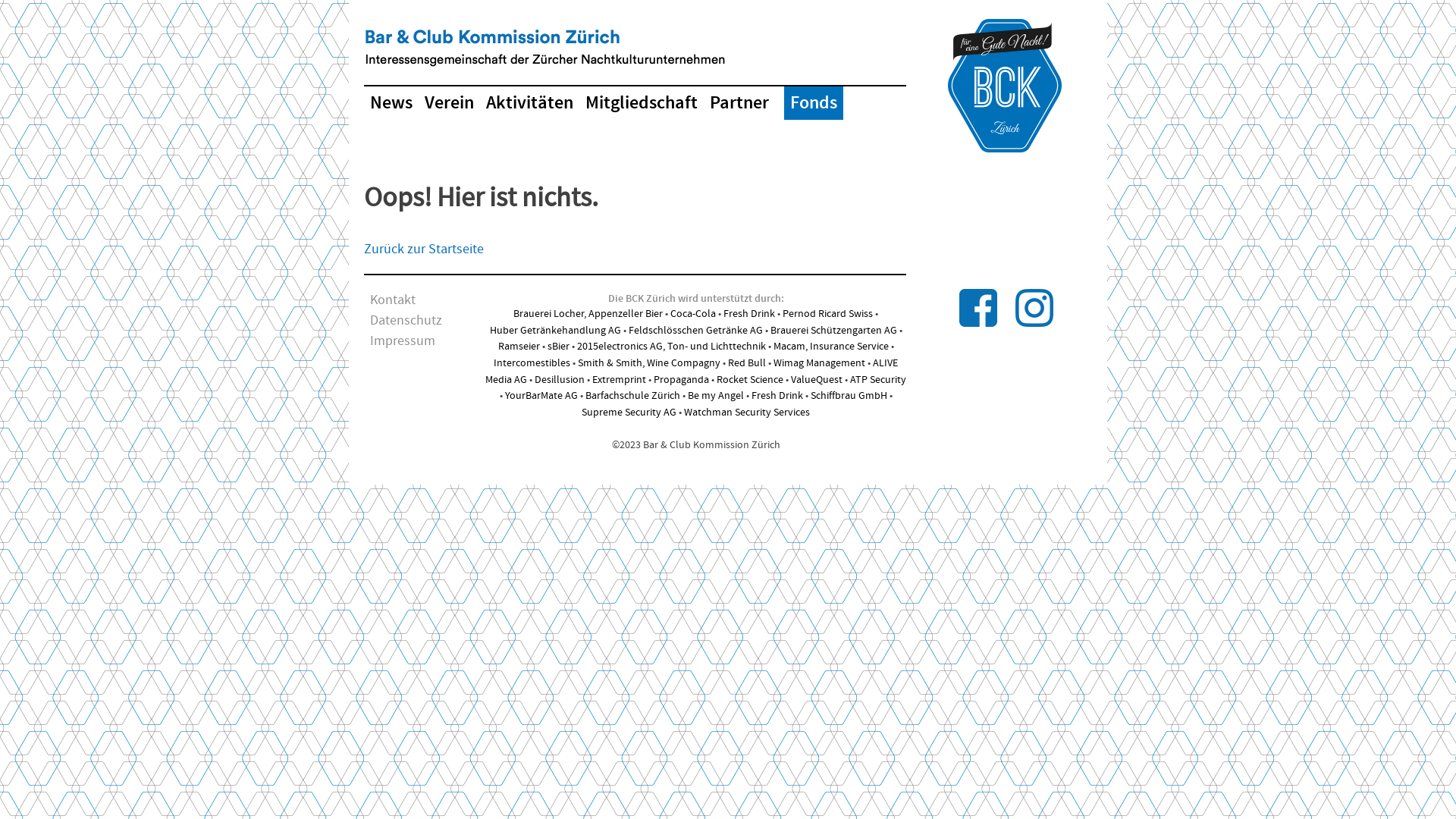  What do you see at coordinates (827, 312) in the screenshot?
I see `'Pernod Ricard Swiss'` at bounding box center [827, 312].